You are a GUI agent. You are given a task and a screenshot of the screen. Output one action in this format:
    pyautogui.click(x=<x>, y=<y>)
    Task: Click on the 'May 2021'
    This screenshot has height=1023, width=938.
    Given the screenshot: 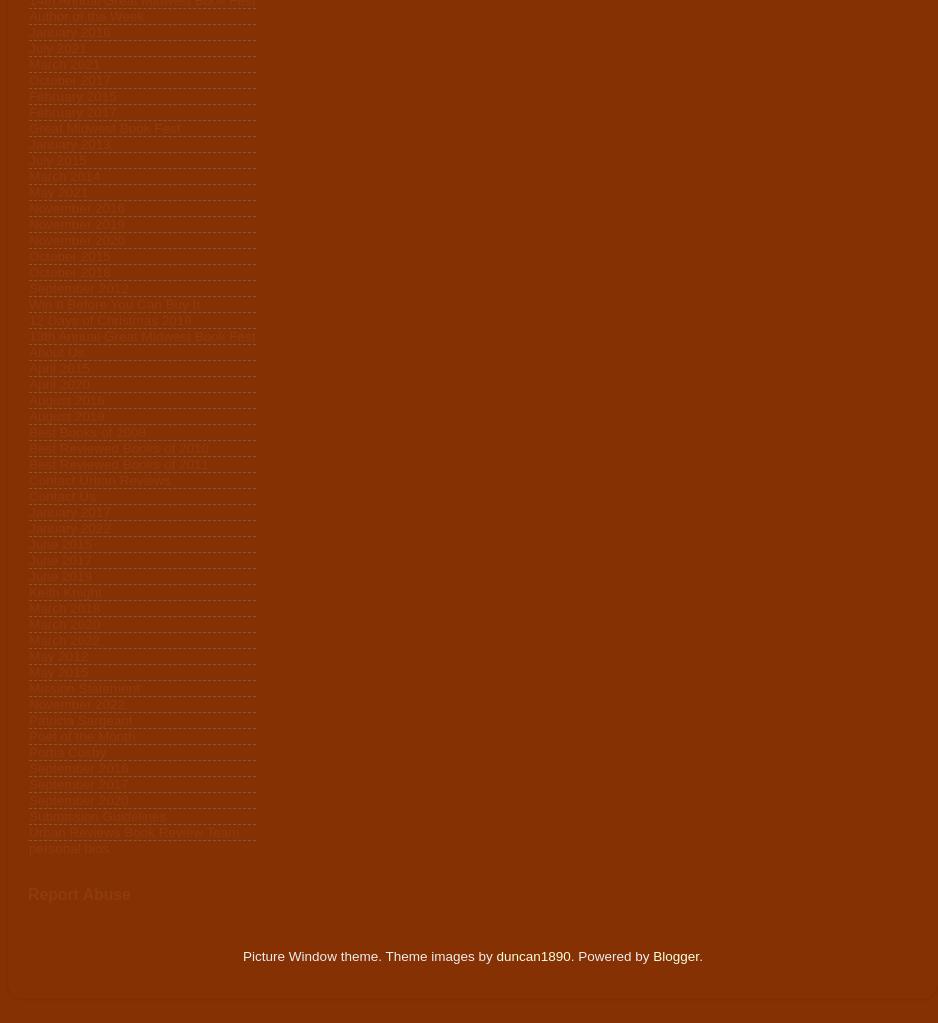 What is the action you would take?
    pyautogui.click(x=57, y=192)
    